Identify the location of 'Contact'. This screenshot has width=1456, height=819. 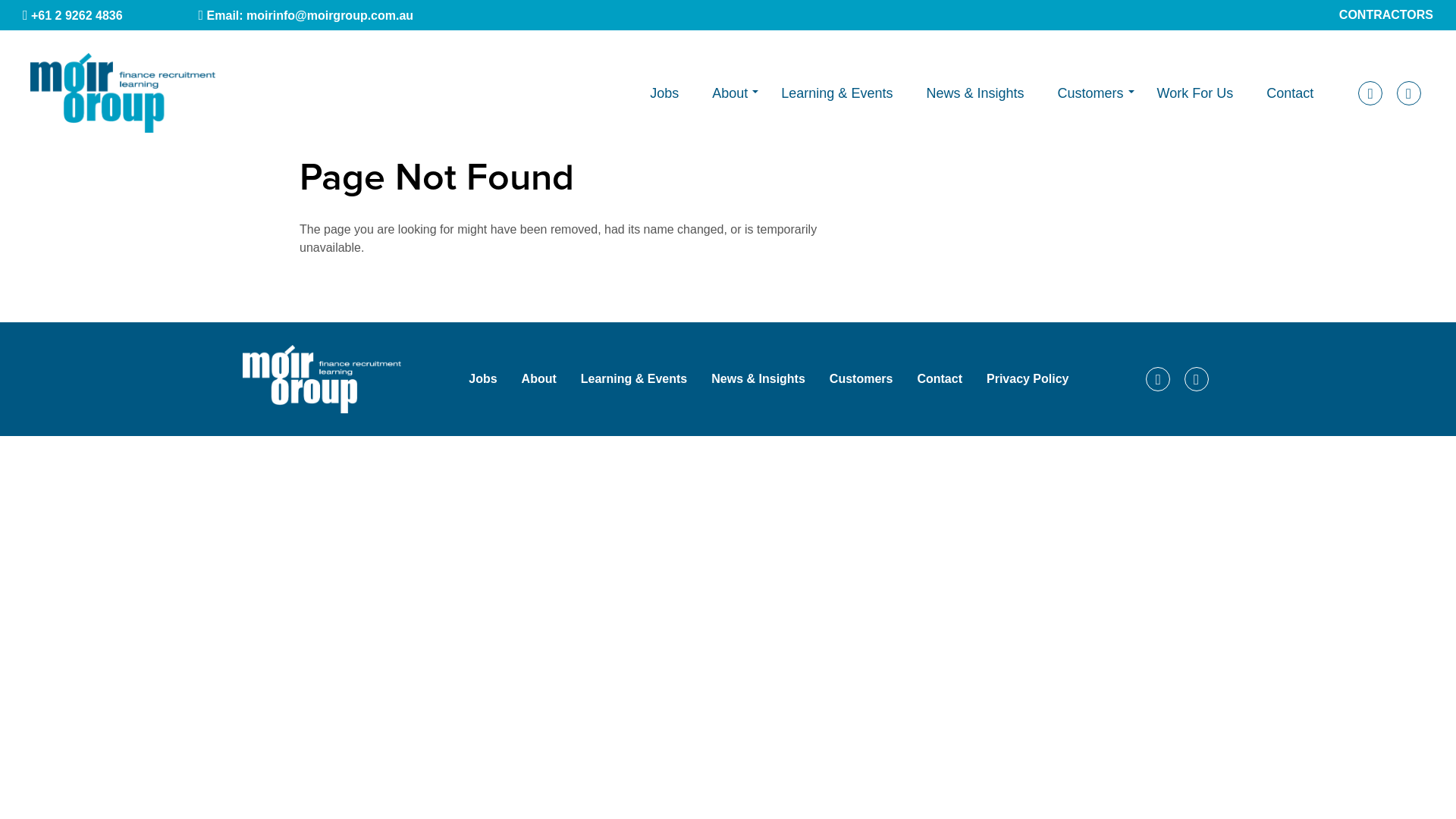
(1288, 93).